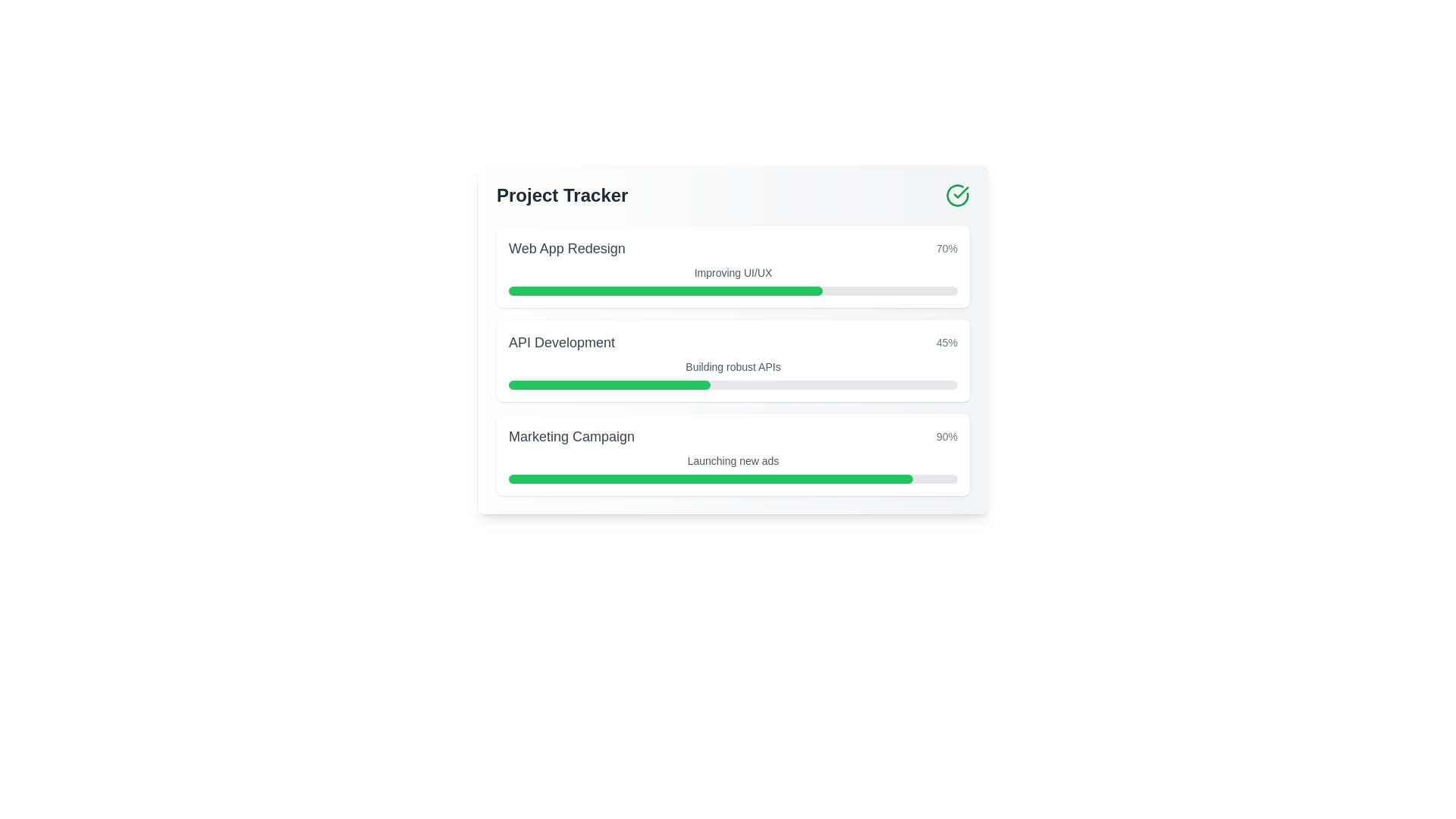 The width and height of the screenshot is (1456, 819). Describe the element at coordinates (733, 360) in the screenshot. I see `project name 'API Development' and the description 'Building robust APIs' from the progress tracking card with a white background and rounded edges, located in the second position of the vertical list` at that location.